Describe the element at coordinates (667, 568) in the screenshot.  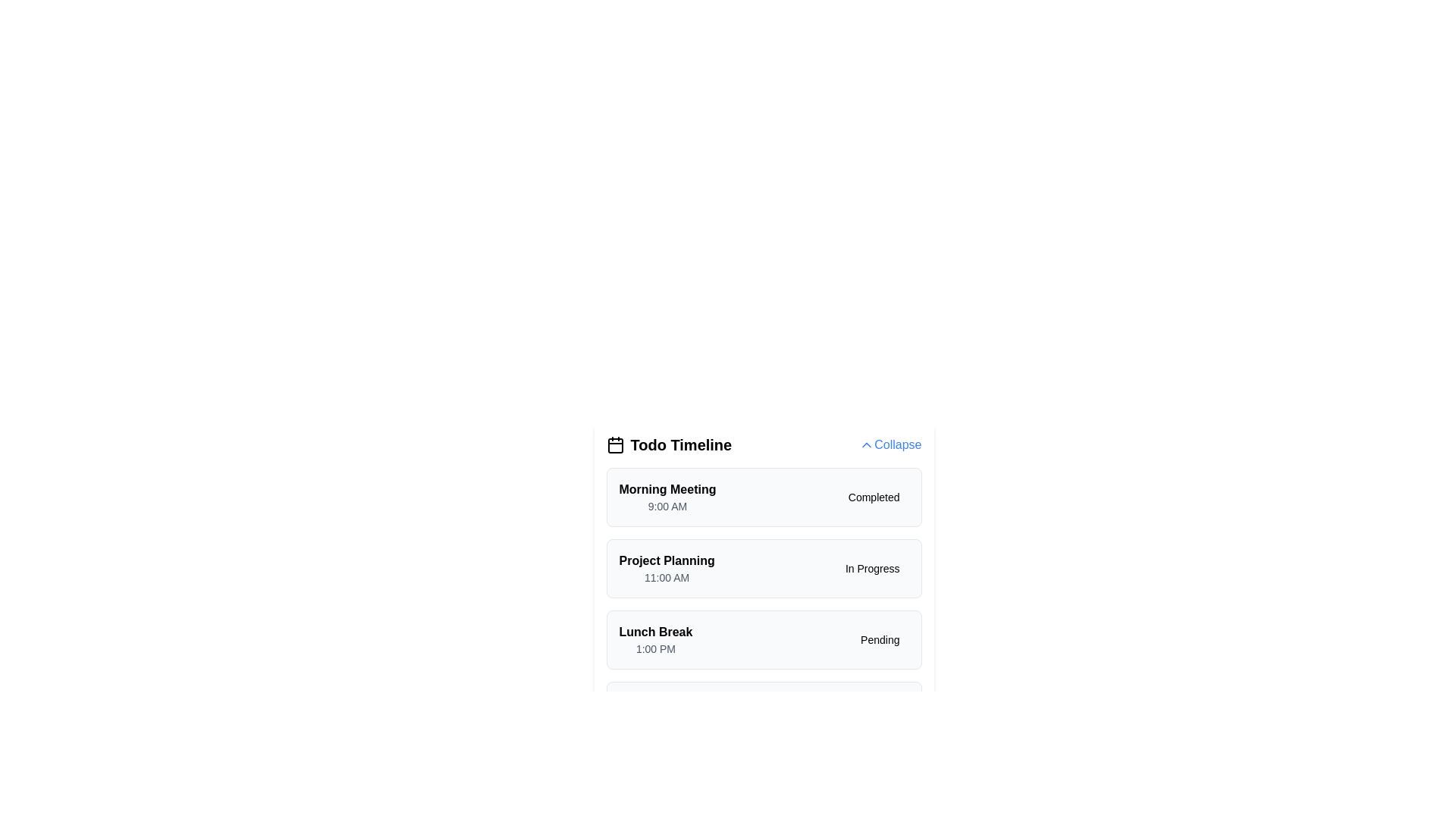
I see `the 'Project Planning' text display element that has a bold title and a subtitle, located in the second card of the vertical list` at that location.